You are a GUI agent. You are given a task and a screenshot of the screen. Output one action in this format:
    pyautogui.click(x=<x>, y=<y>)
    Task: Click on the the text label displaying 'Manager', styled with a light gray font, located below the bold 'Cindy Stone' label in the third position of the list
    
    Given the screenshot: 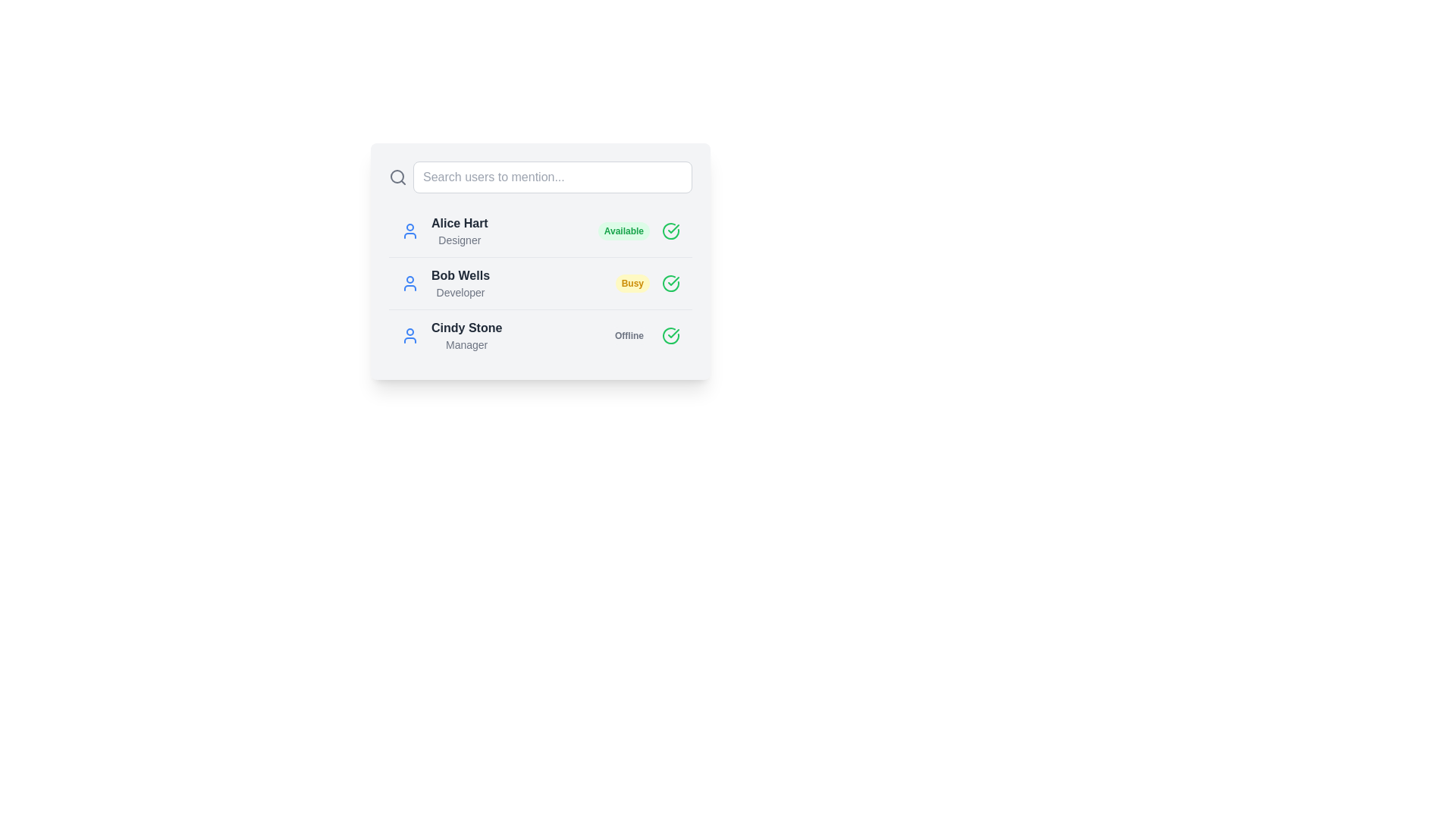 What is the action you would take?
    pyautogui.click(x=466, y=345)
    